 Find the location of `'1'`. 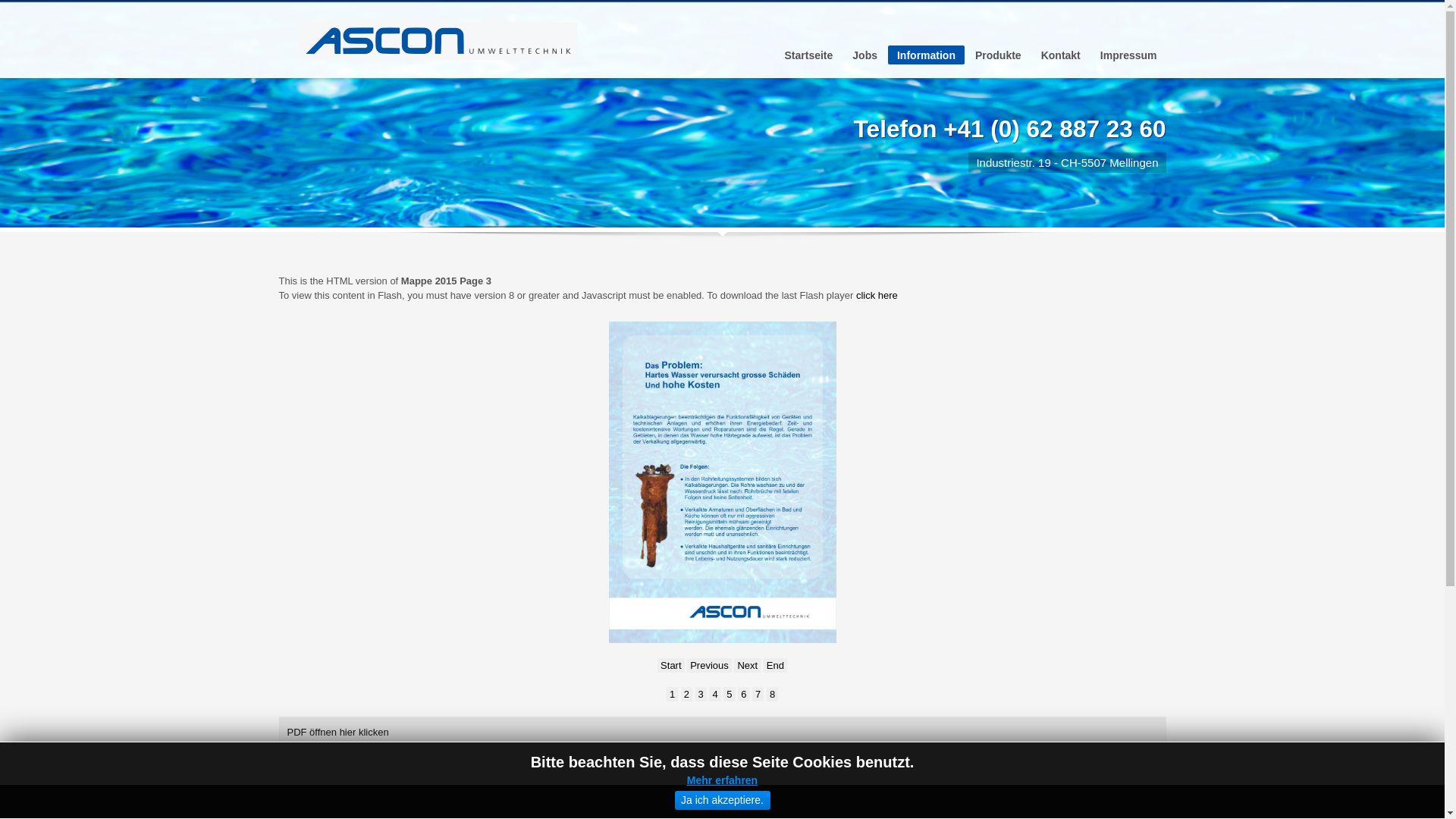

'1' is located at coordinates (671, 694).